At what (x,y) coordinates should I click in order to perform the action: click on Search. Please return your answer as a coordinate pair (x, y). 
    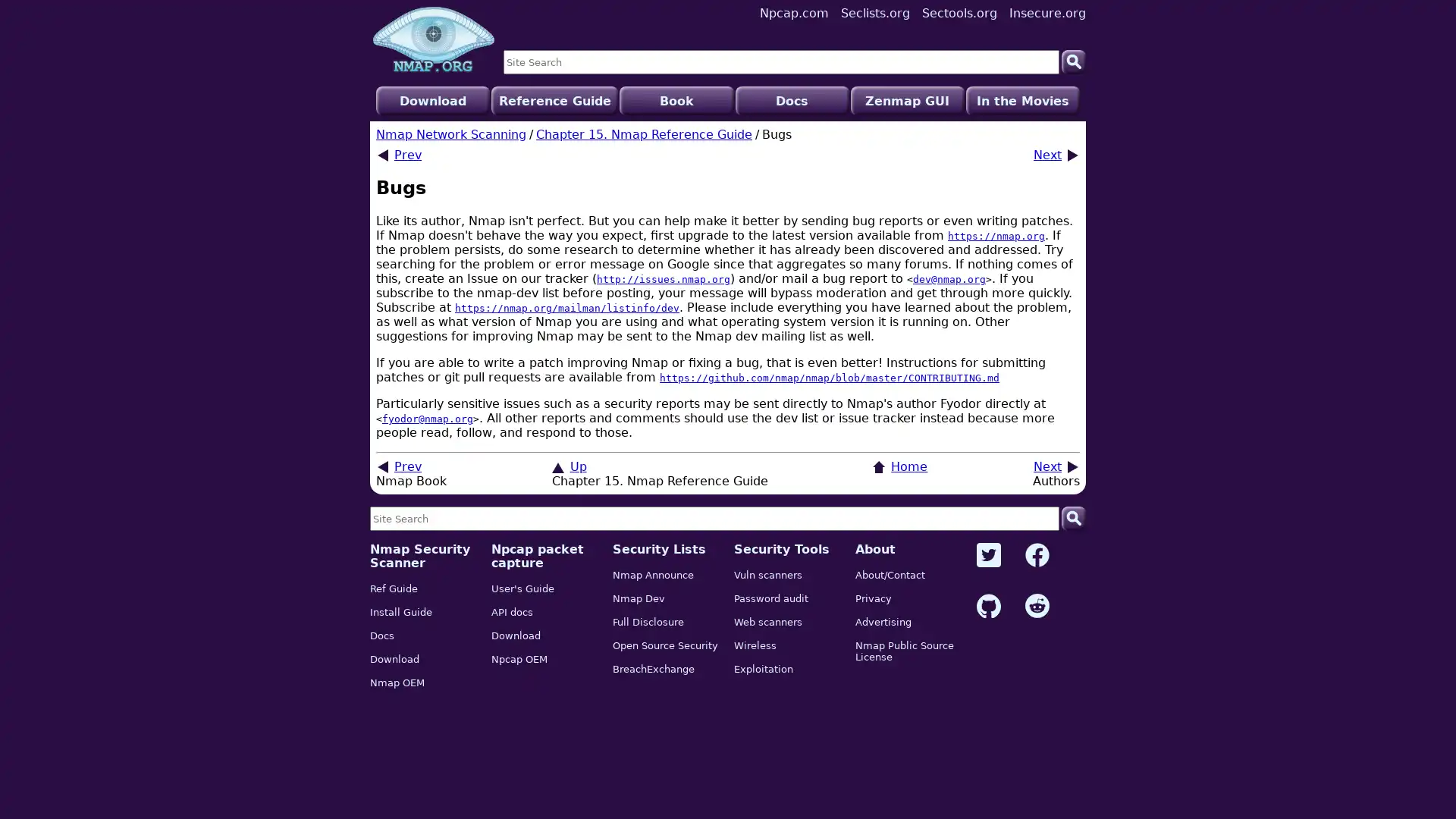
    Looking at the image, I should click on (1073, 517).